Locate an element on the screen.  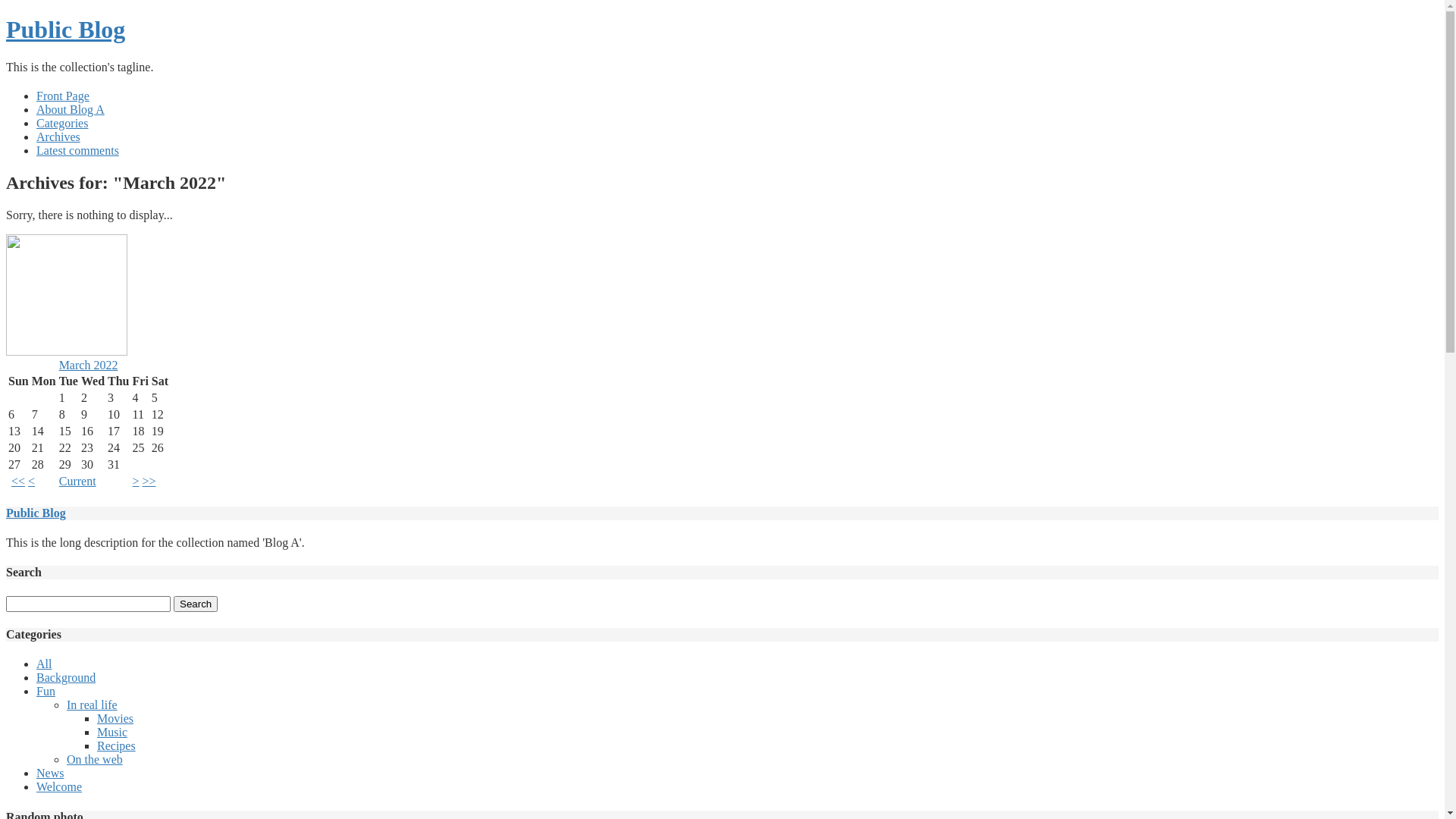
'Categories' is located at coordinates (61, 122).